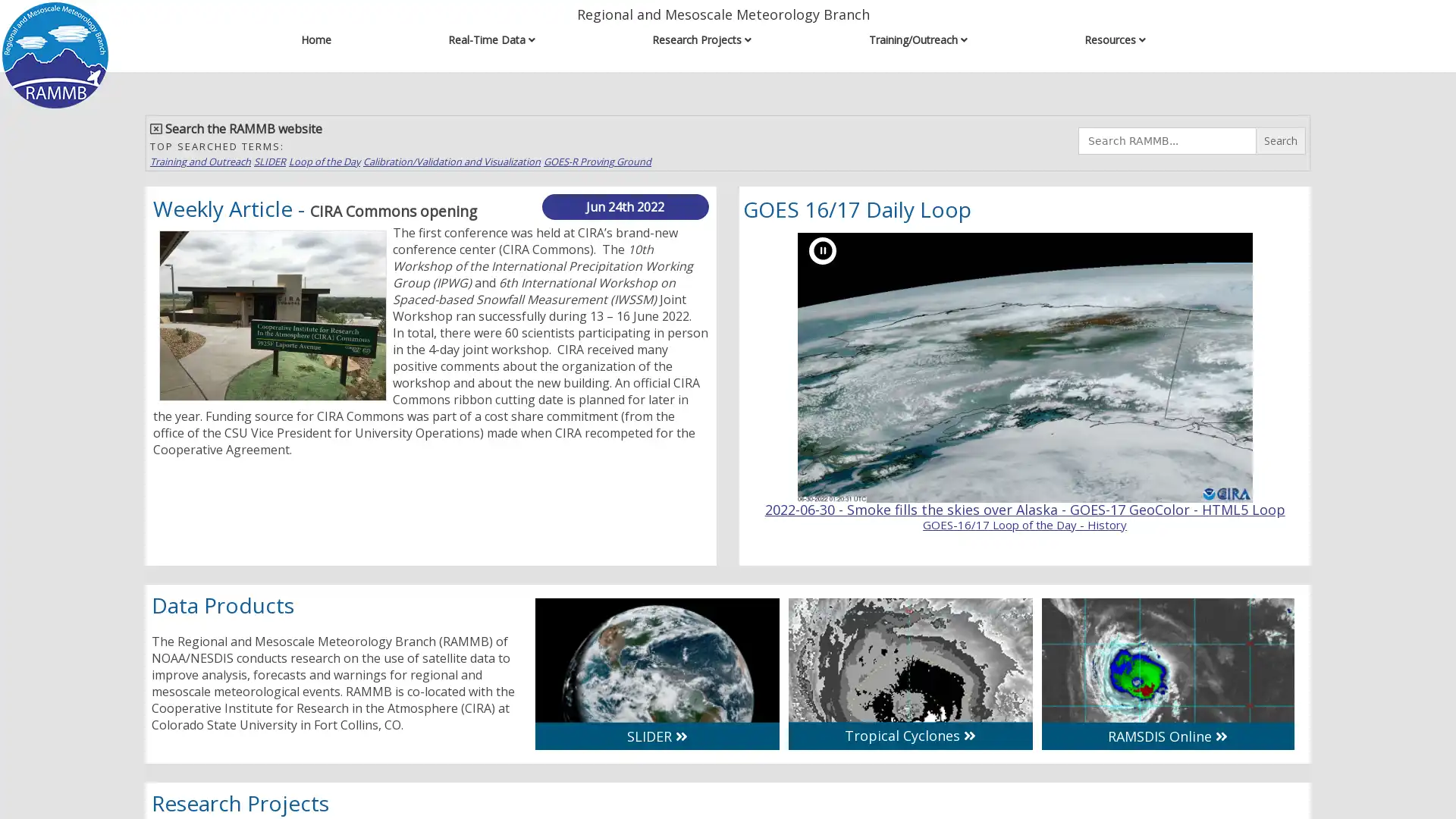  What do you see at coordinates (821, 249) in the screenshot?
I see `static image` at bounding box center [821, 249].